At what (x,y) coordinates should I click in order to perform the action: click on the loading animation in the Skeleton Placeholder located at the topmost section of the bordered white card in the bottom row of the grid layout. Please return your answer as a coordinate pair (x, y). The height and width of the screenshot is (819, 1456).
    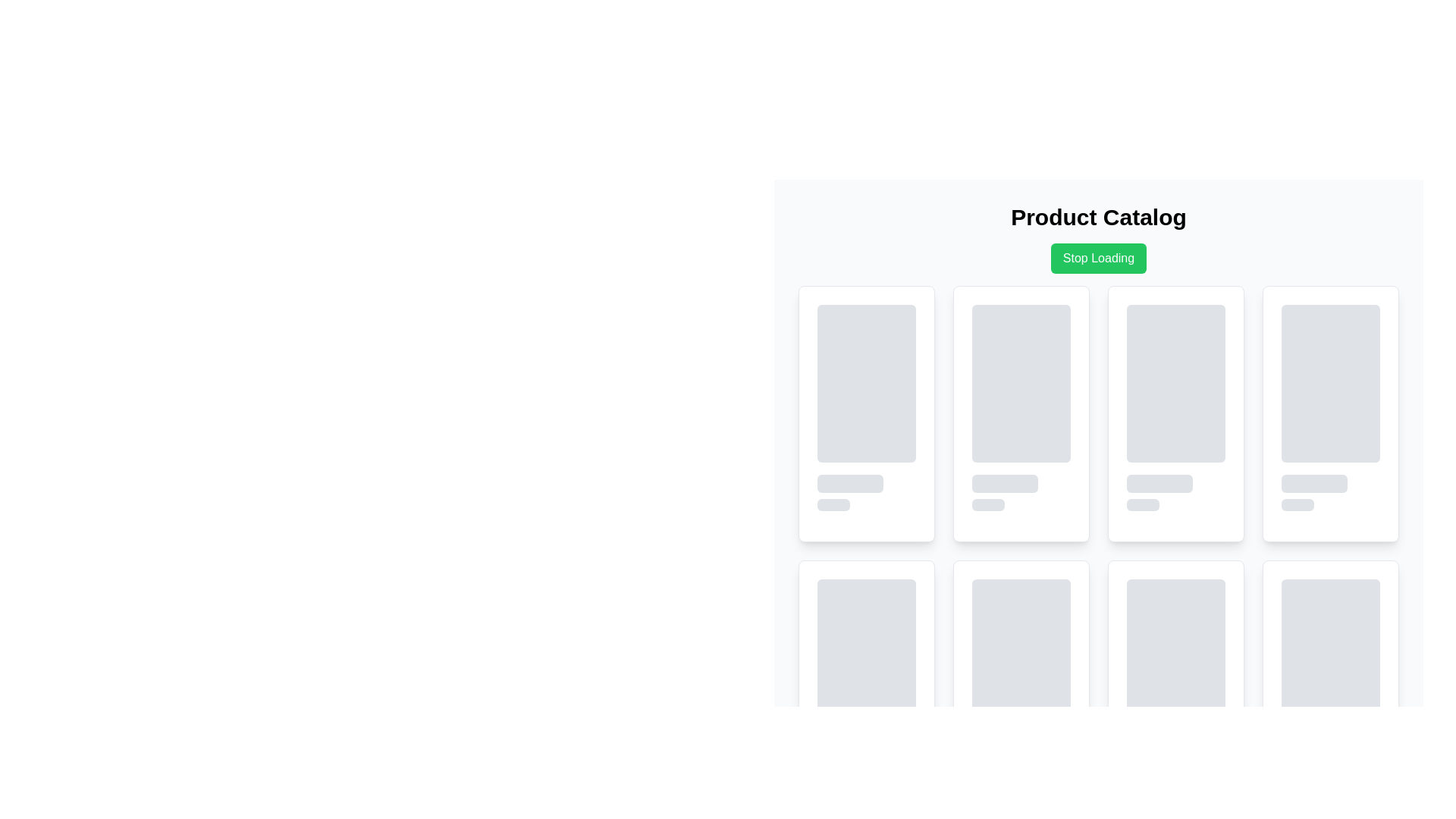
    Looking at the image, I should click on (866, 681).